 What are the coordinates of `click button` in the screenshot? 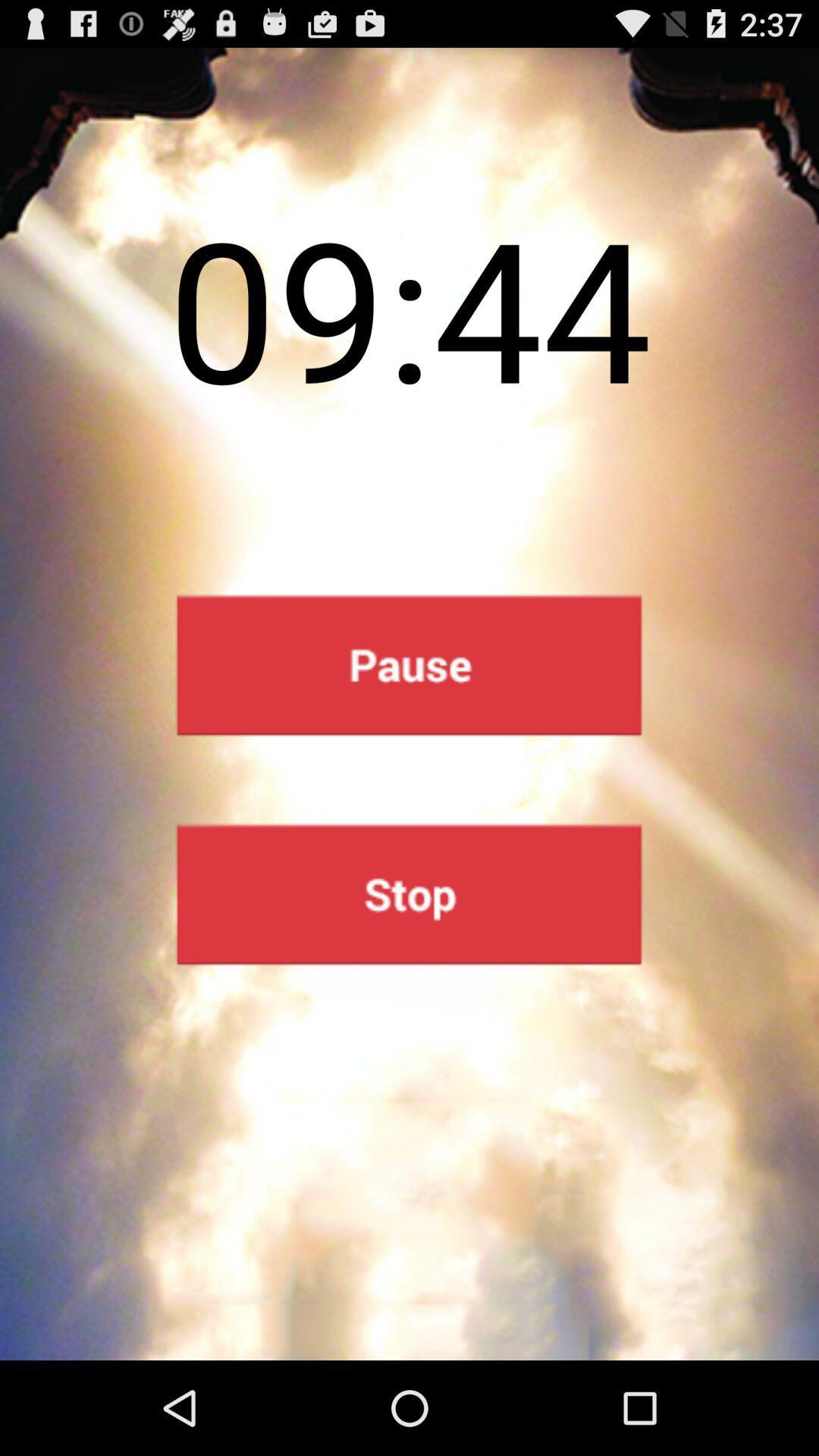 It's located at (408, 894).